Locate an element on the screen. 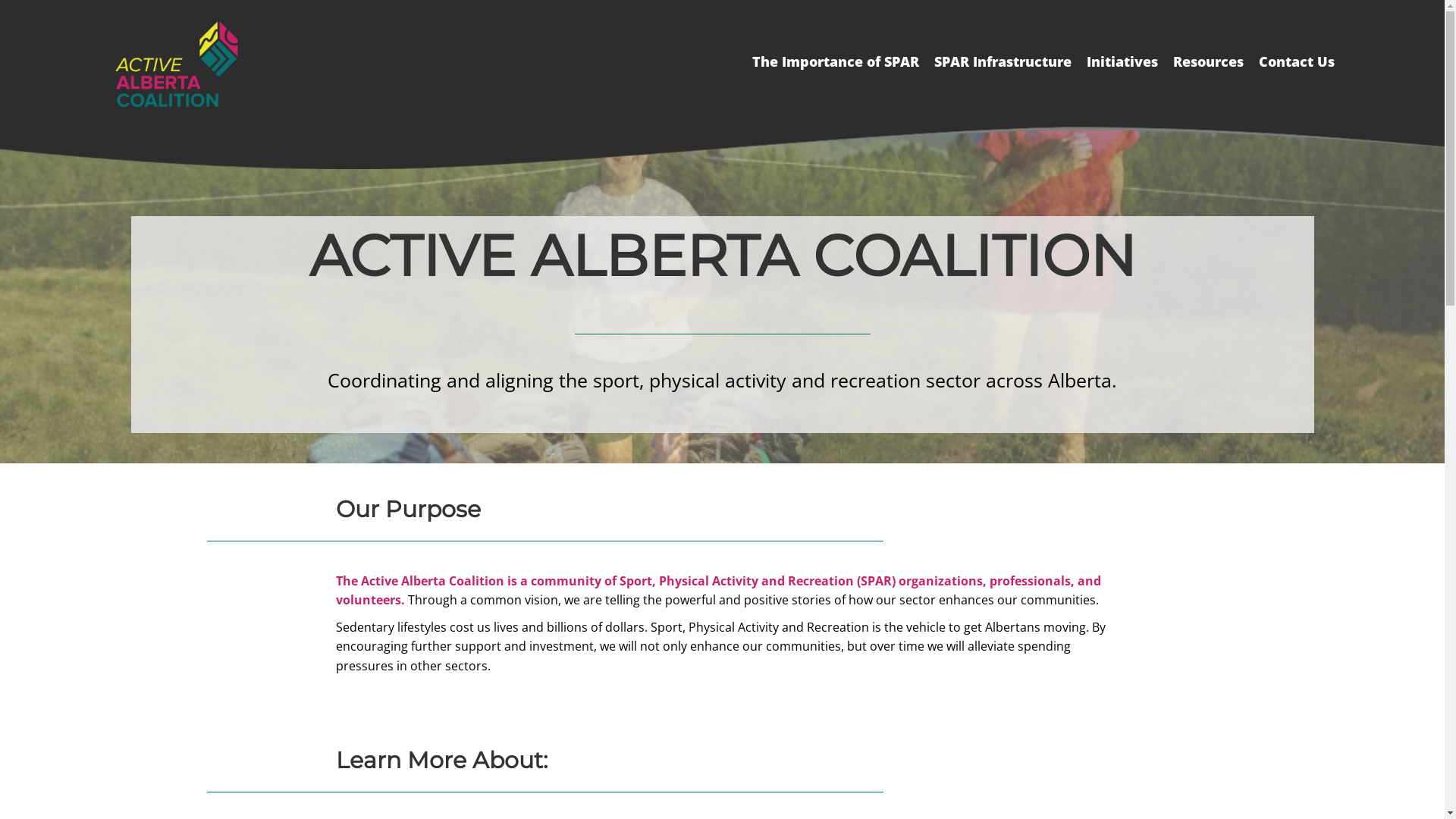 The image size is (1456, 819). 'SPAR Infrastructure' is located at coordinates (1003, 61).